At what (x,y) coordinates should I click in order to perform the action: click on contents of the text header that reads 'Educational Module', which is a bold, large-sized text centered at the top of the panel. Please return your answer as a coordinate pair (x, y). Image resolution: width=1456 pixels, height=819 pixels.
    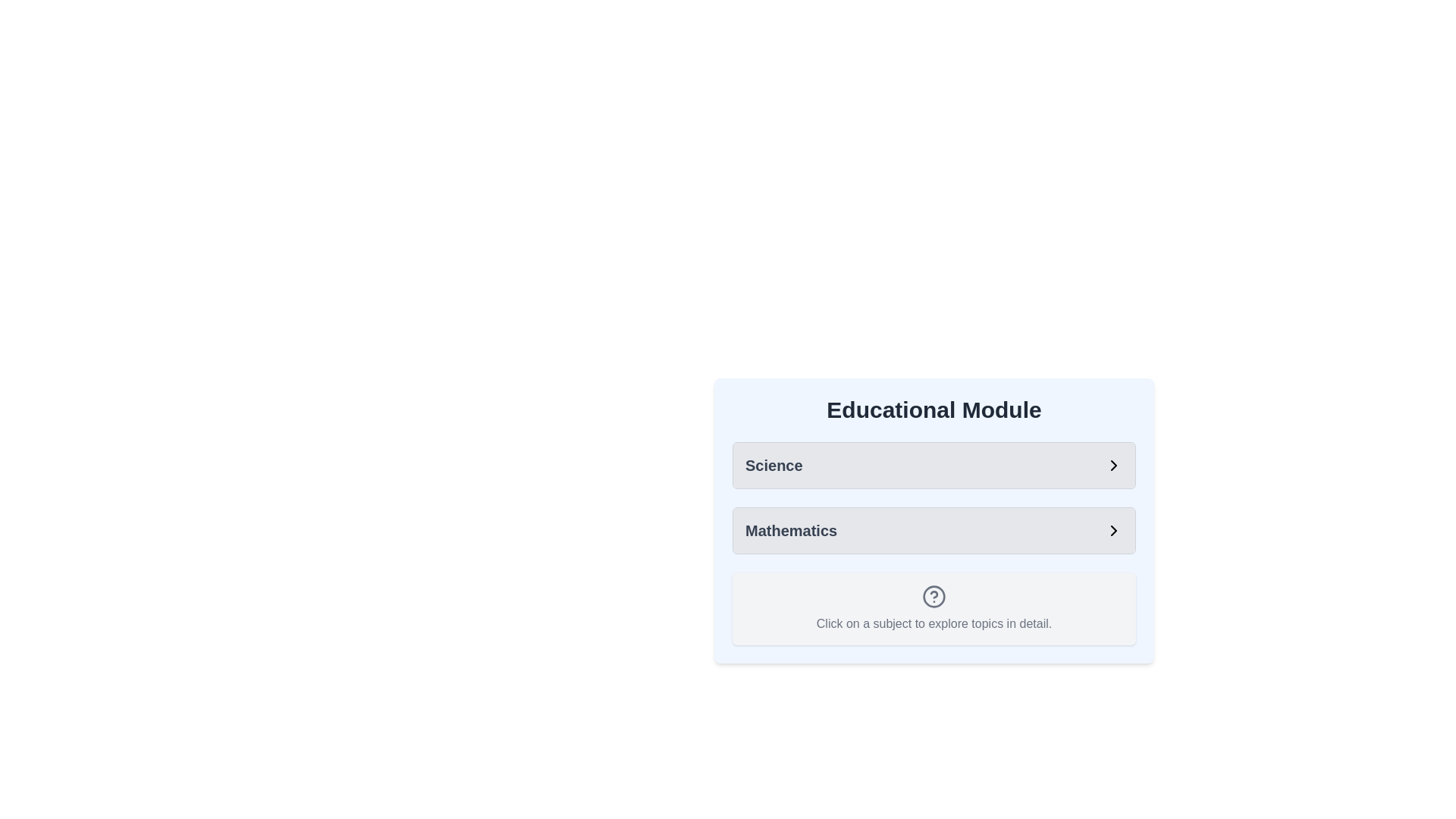
    Looking at the image, I should click on (934, 409).